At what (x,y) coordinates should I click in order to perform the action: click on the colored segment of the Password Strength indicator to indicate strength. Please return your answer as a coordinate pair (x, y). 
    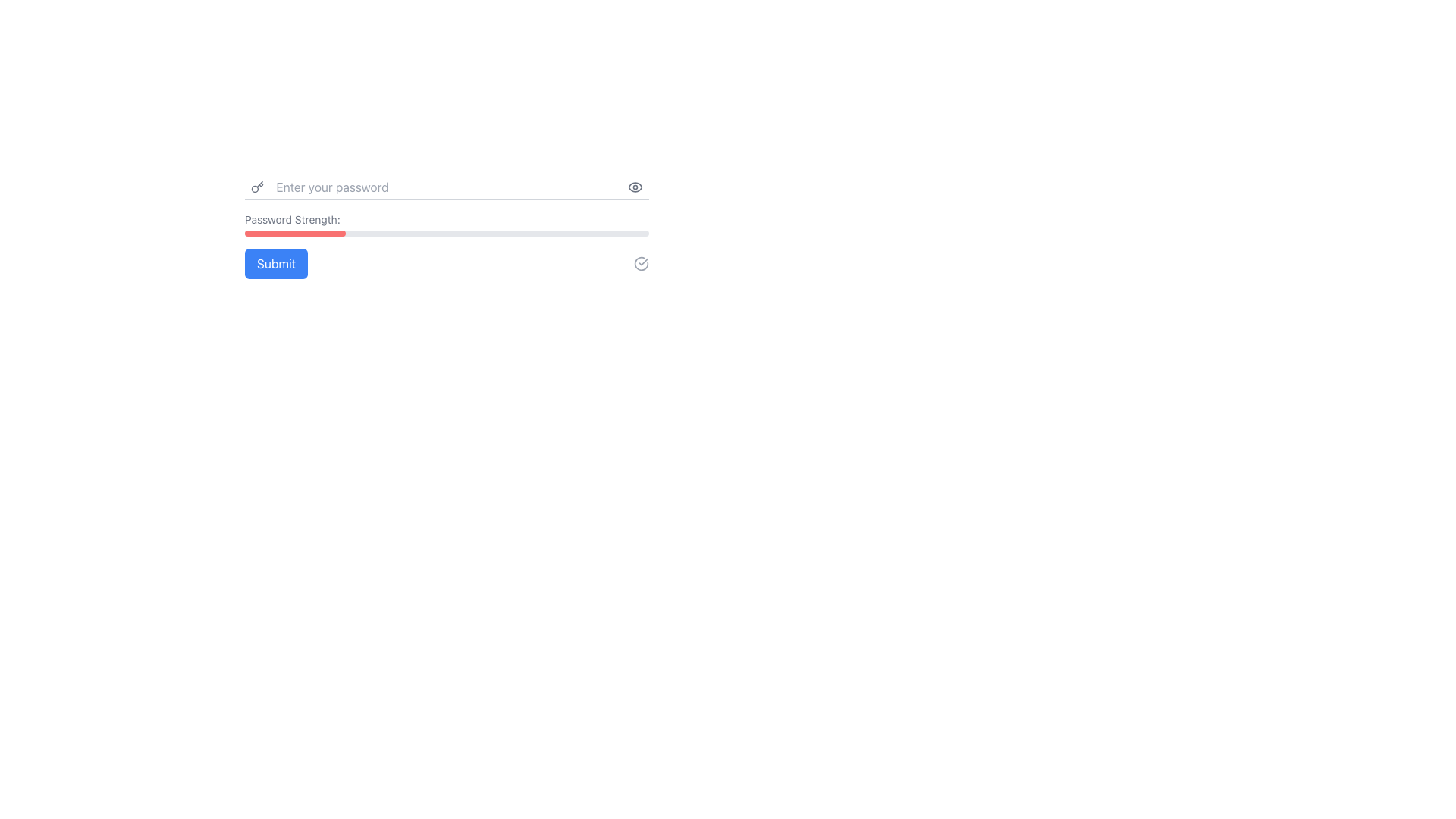
    Looking at the image, I should click on (446, 224).